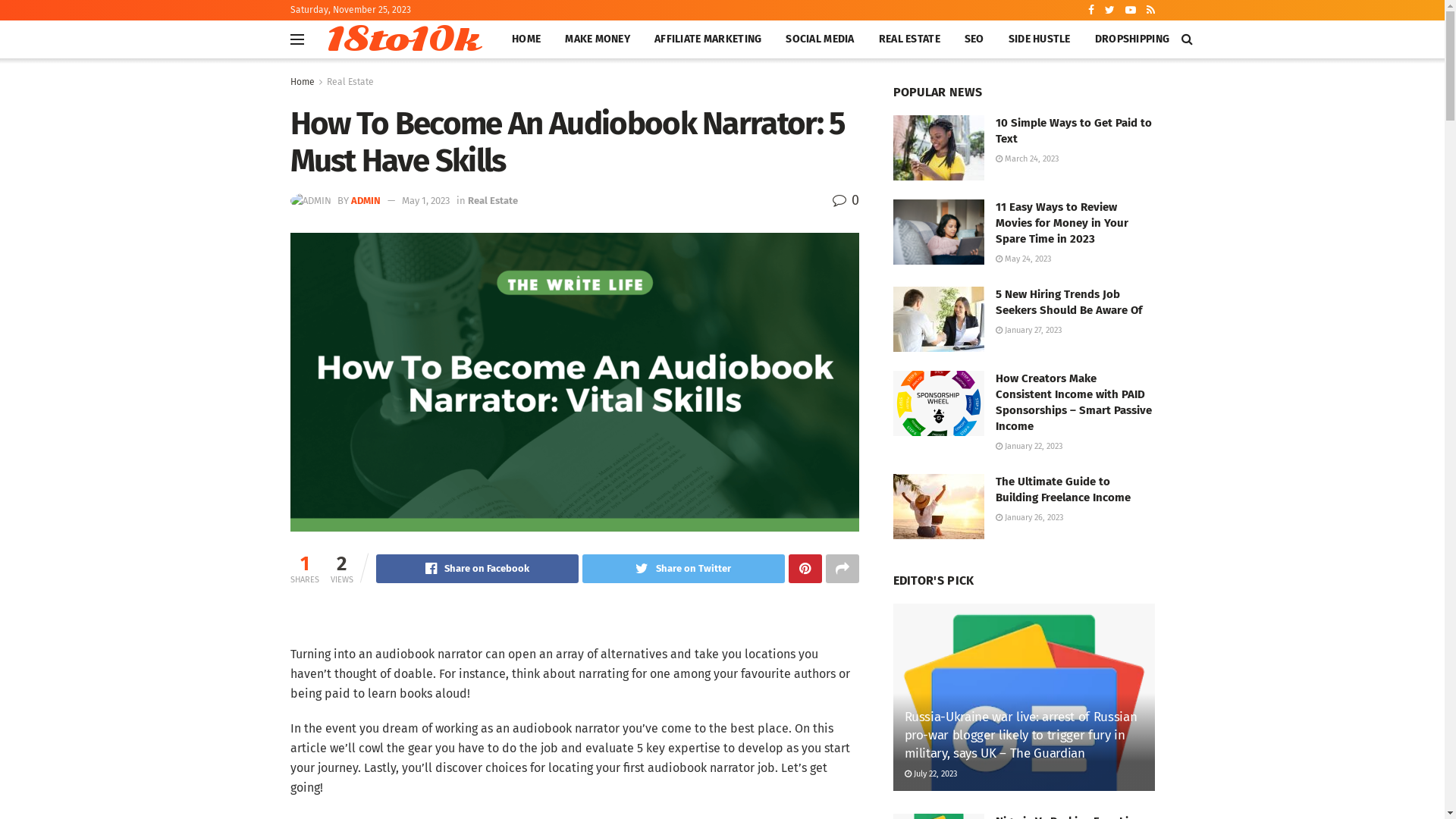 This screenshot has height=819, width=1456. Describe the element at coordinates (1028, 445) in the screenshot. I see `'January 22, 2023'` at that location.